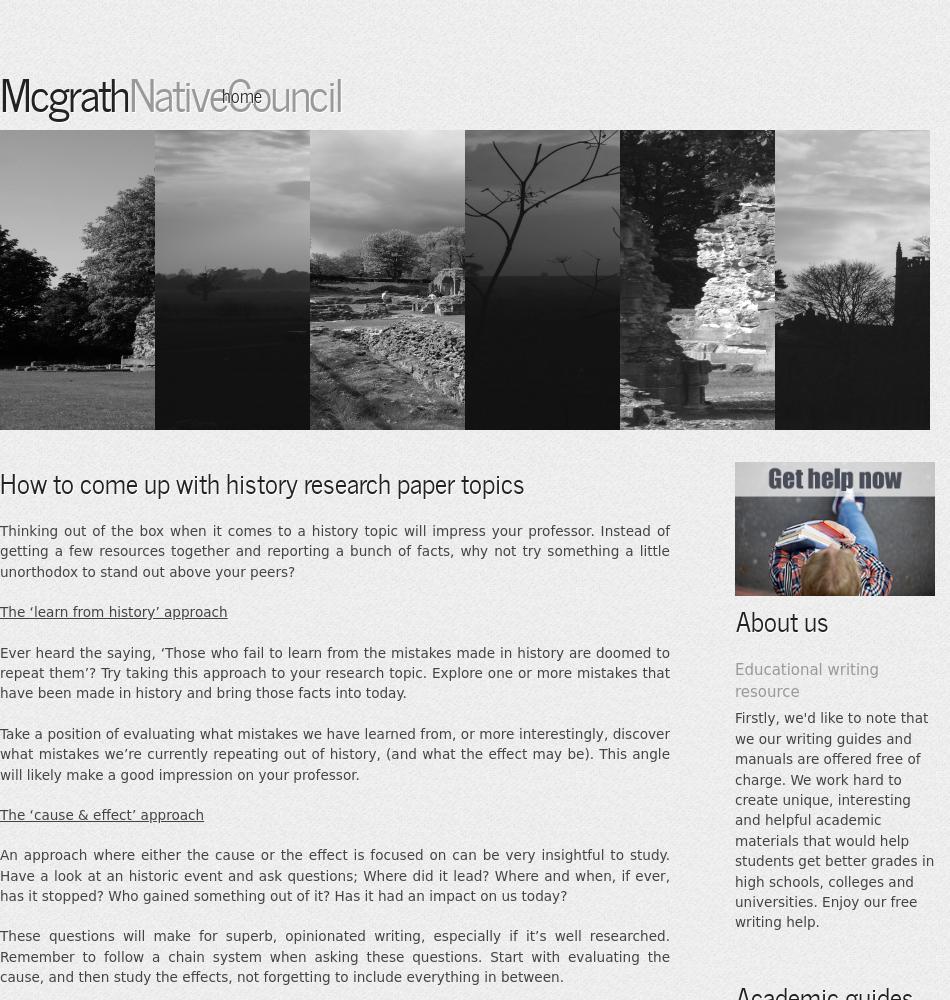  Describe the element at coordinates (222, 882) in the screenshot. I see `'Writing tutorials'` at that location.